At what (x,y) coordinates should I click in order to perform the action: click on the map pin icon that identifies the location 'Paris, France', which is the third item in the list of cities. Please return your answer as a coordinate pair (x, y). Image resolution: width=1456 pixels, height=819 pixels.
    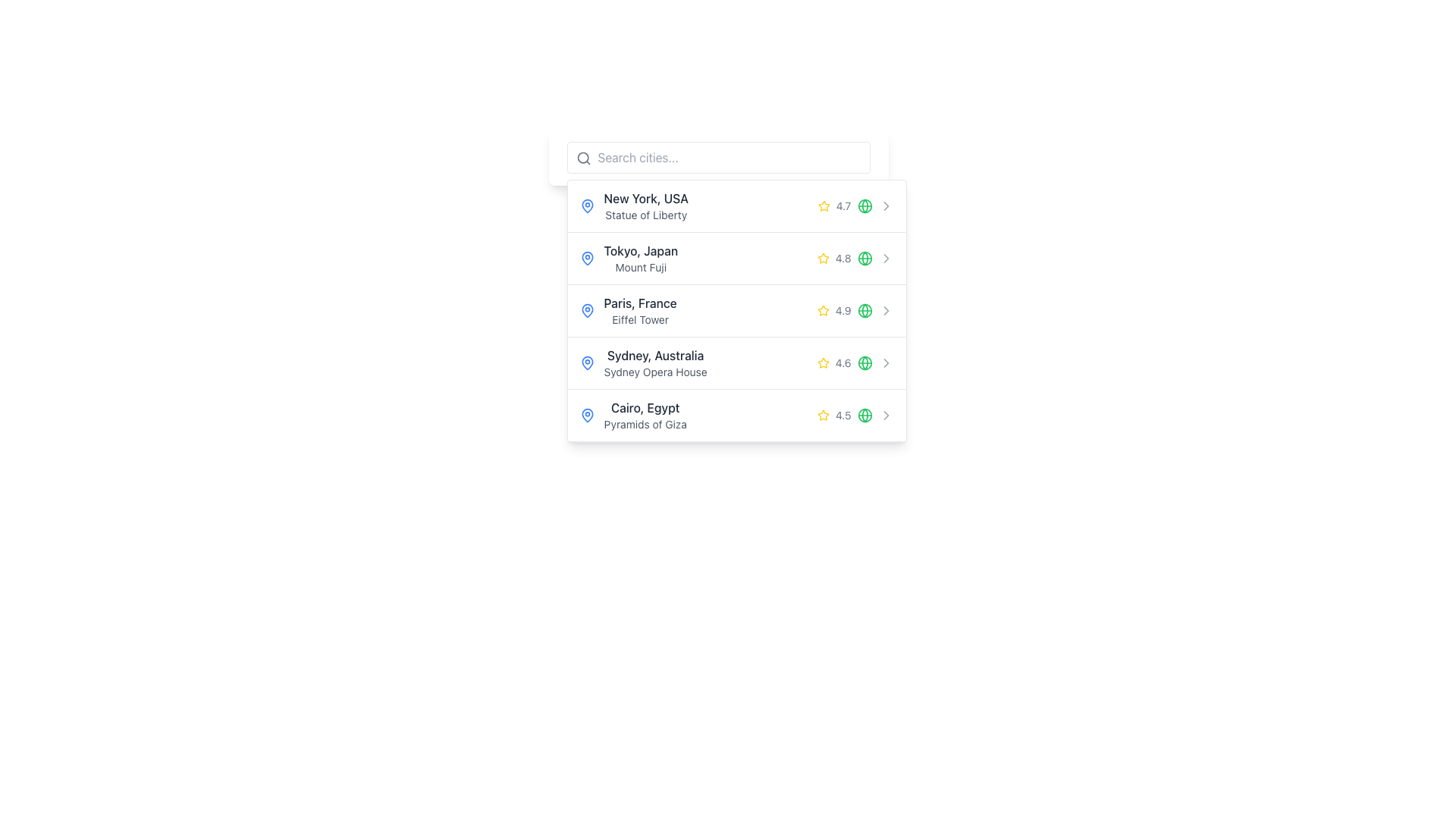
    Looking at the image, I should click on (586, 309).